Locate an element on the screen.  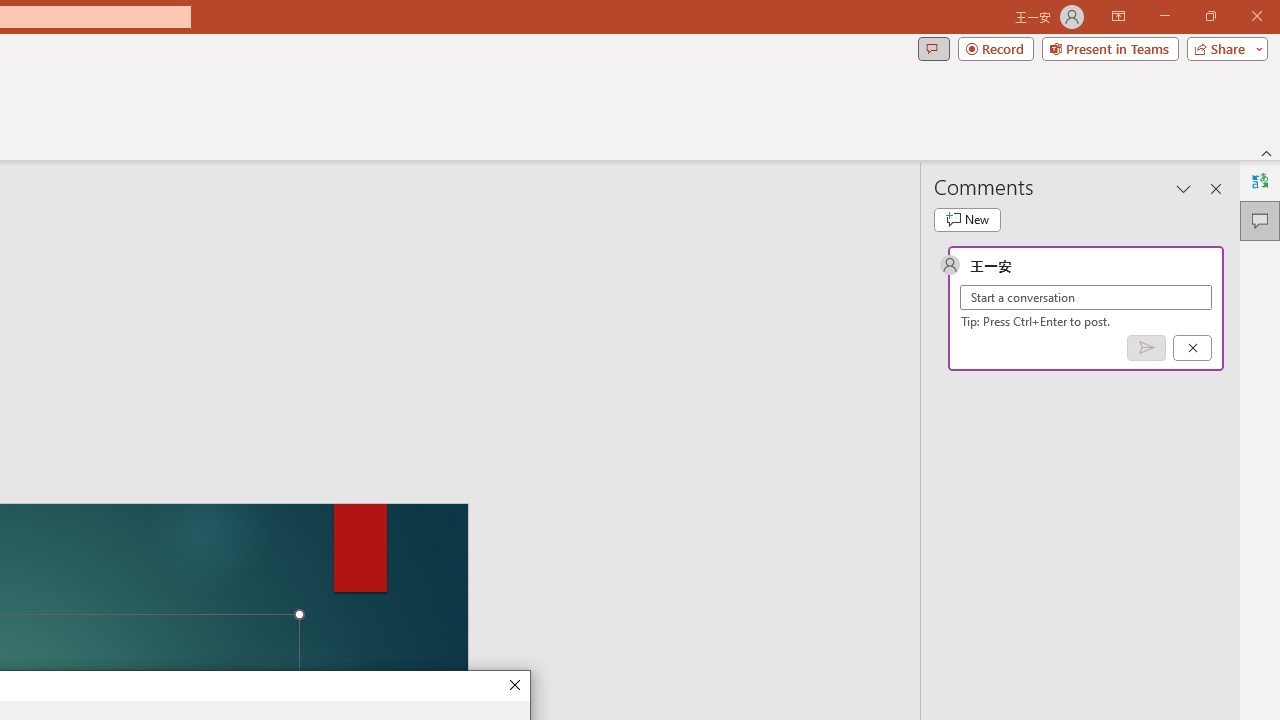
'Task Pane Options' is located at coordinates (1184, 189).